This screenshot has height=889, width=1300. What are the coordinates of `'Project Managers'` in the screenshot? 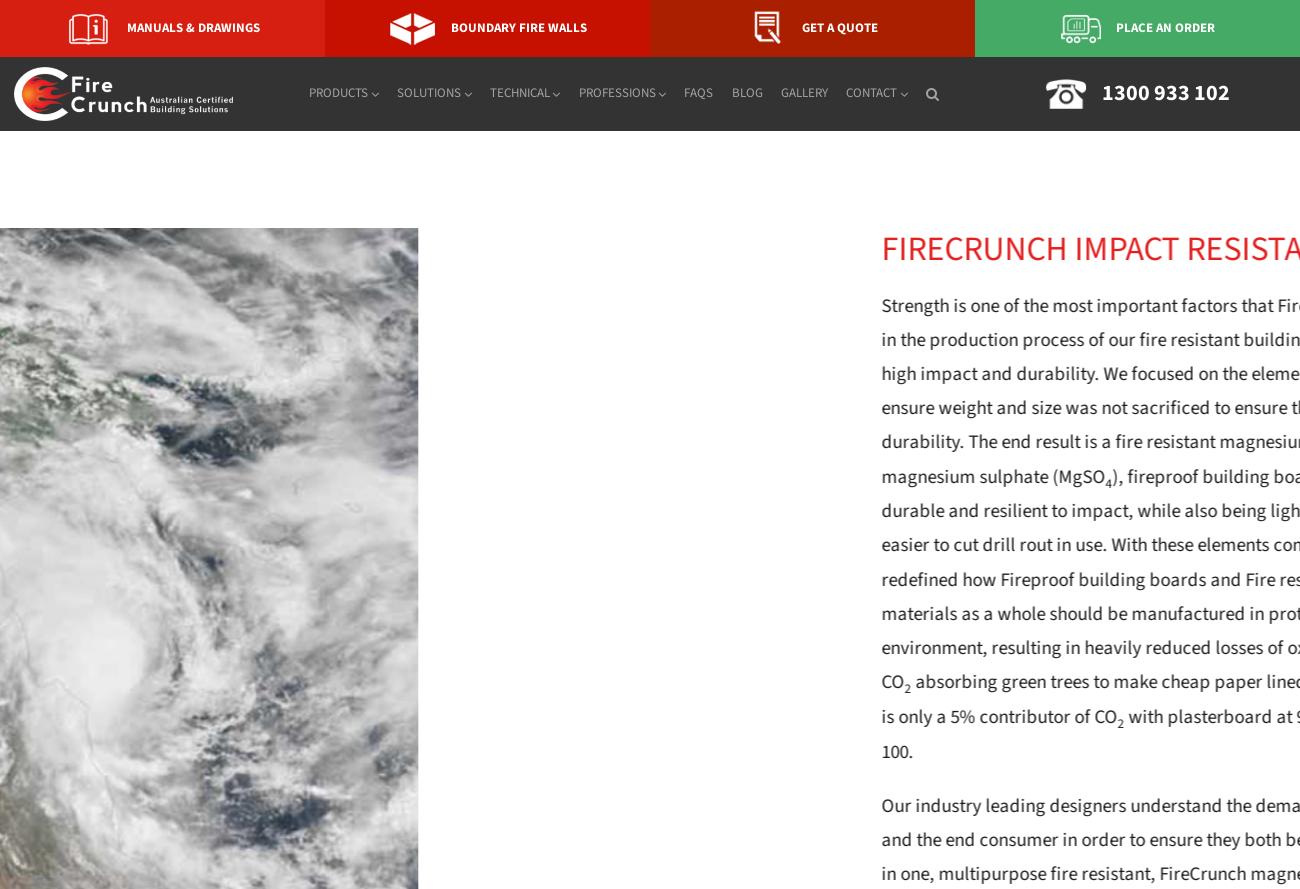 It's located at (655, 252).